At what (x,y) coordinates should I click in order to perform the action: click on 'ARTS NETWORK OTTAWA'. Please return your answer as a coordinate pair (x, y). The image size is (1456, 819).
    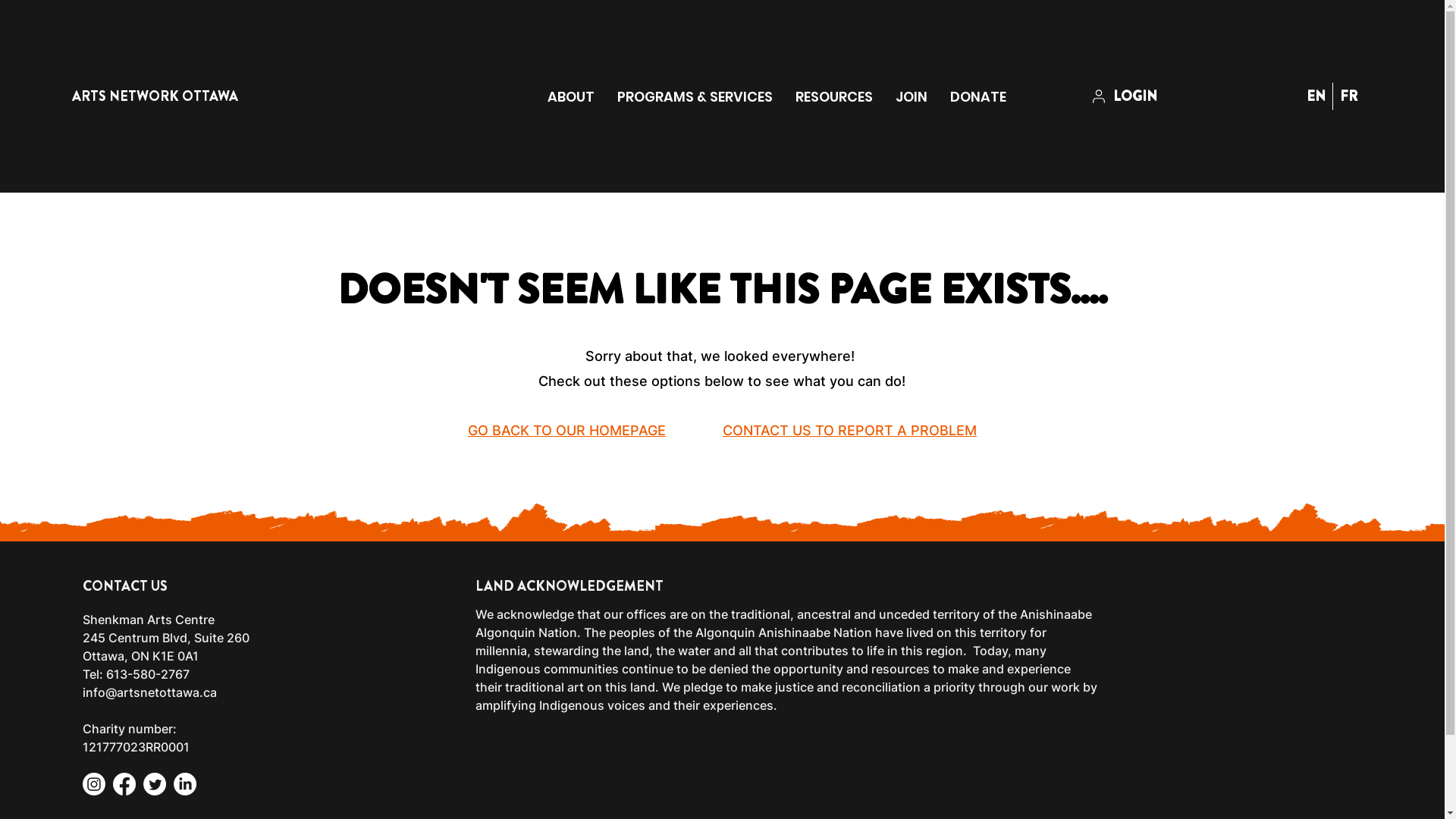
    Looking at the image, I should click on (155, 96).